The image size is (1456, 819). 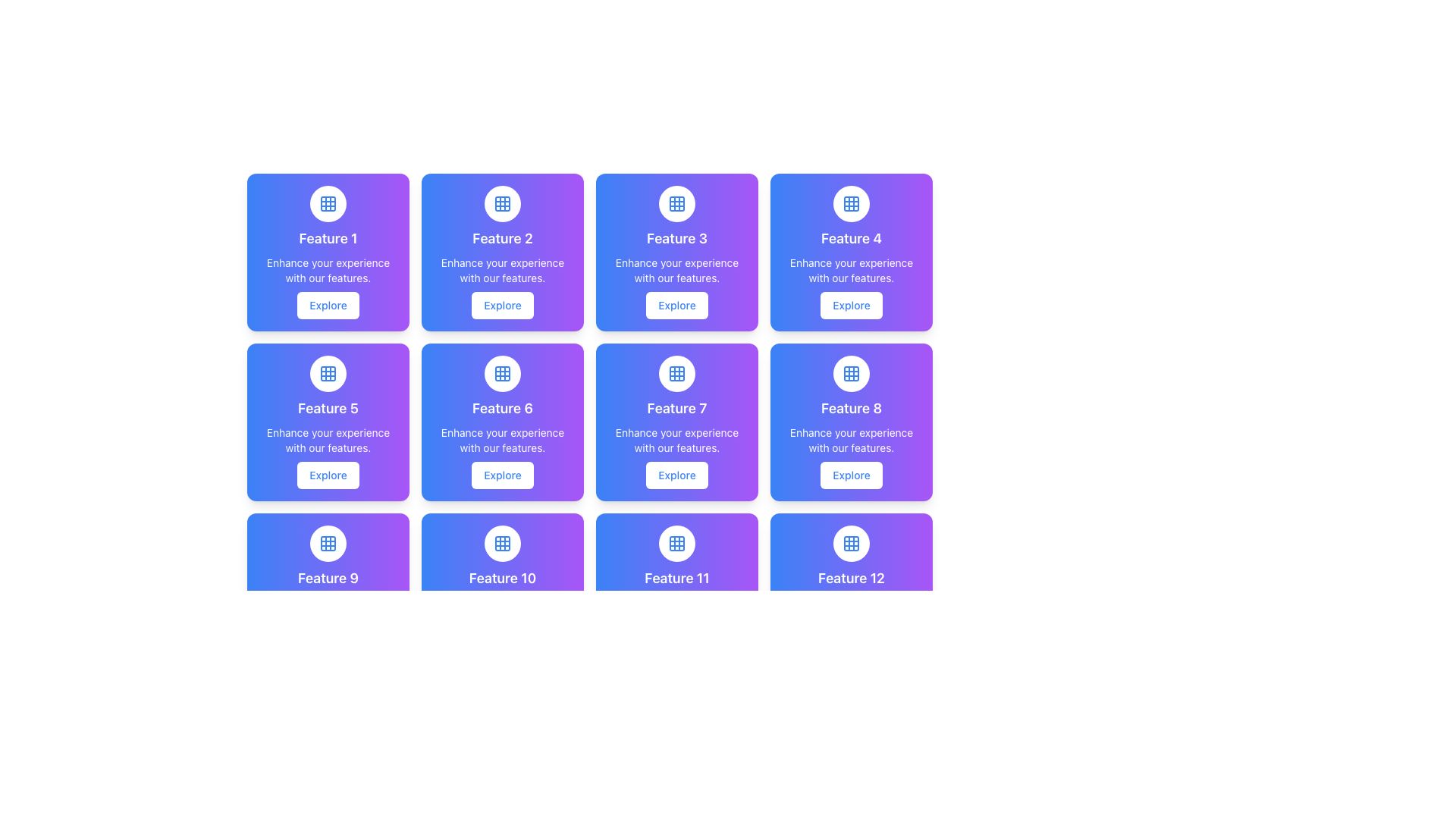 I want to click on the 'Explore' button located beneath the text 'Enhance your experience with our features.' in the 'Feature 2' card, so click(x=502, y=305).